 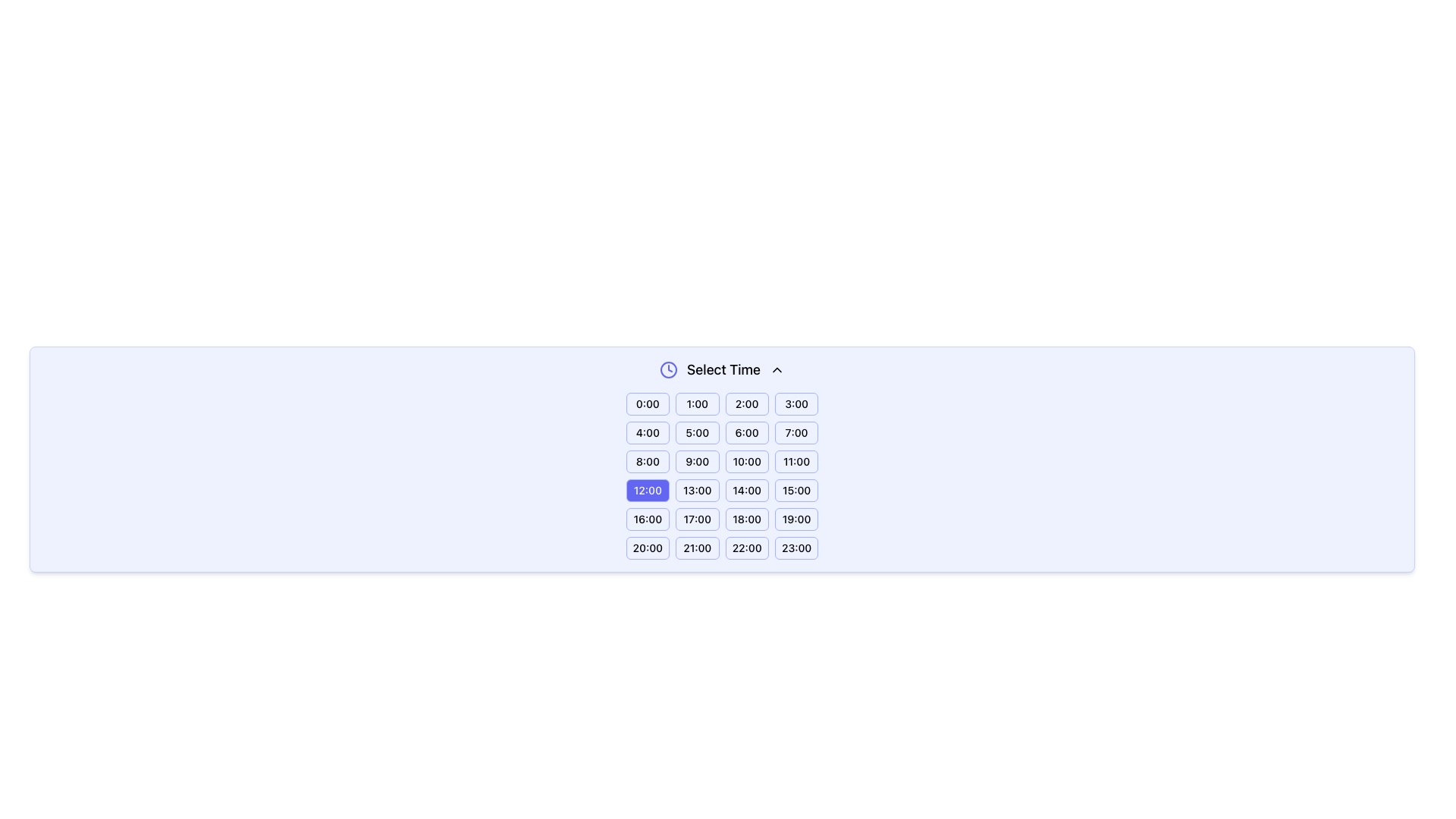 What do you see at coordinates (747, 403) in the screenshot?
I see `the rectangular button with rounded corners, light blue background, indigo border, and black text reading '2:00'` at bounding box center [747, 403].